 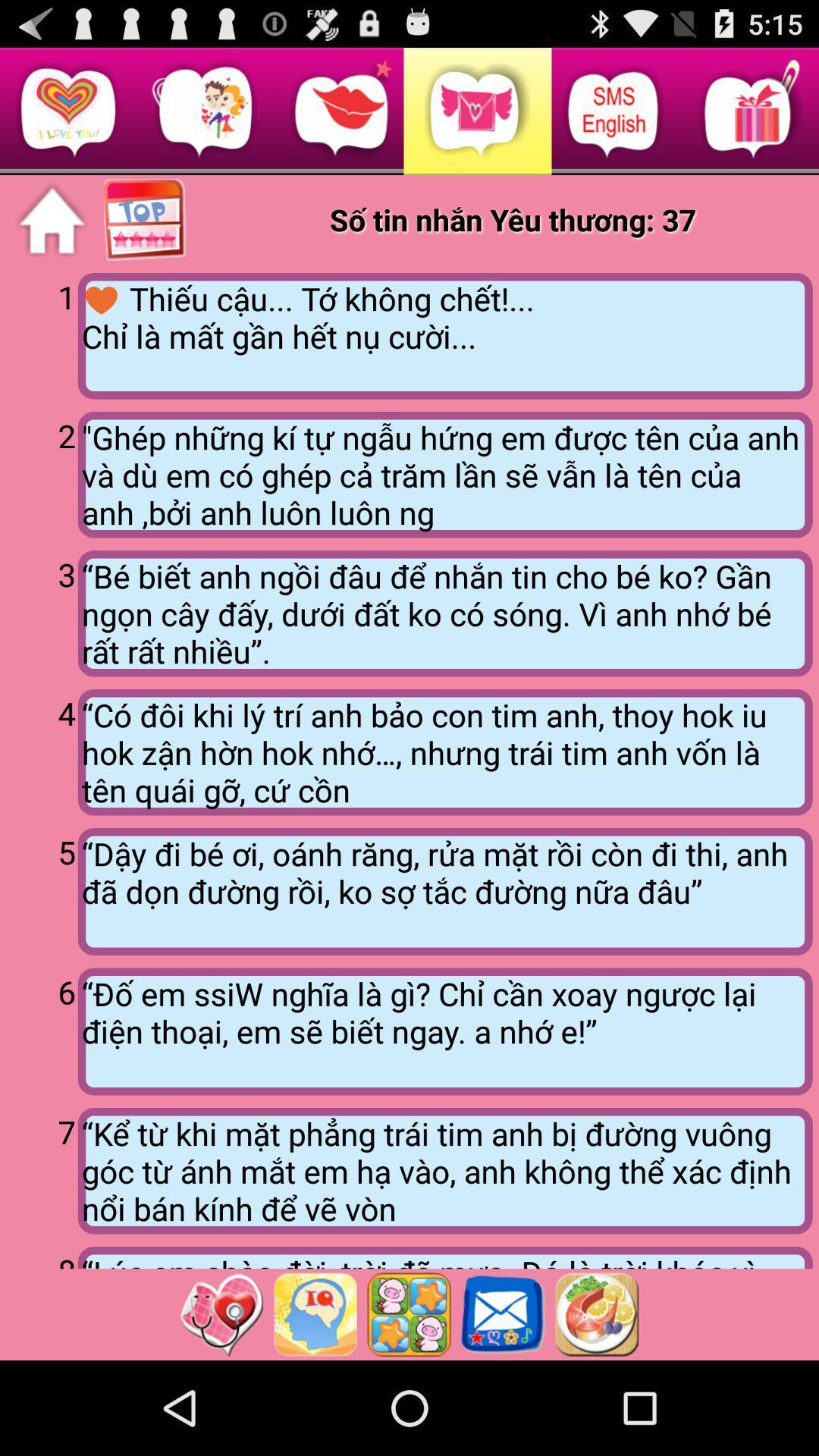 What do you see at coordinates (41, 334) in the screenshot?
I see `icon above 2` at bounding box center [41, 334].